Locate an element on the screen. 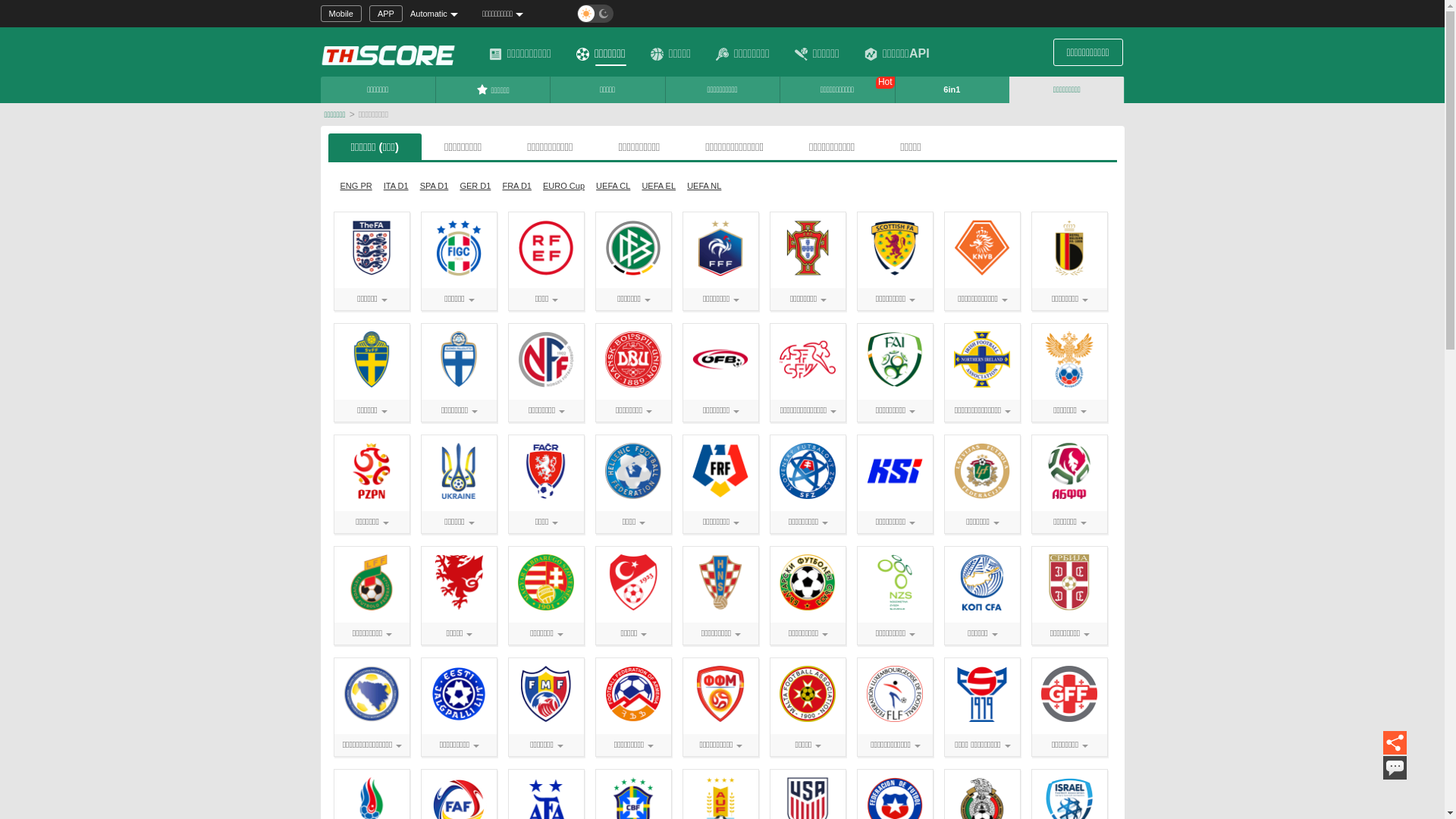 This screenshot has width=1456, height=819. 'UEFA EL' is located at coordinates (658, 185).